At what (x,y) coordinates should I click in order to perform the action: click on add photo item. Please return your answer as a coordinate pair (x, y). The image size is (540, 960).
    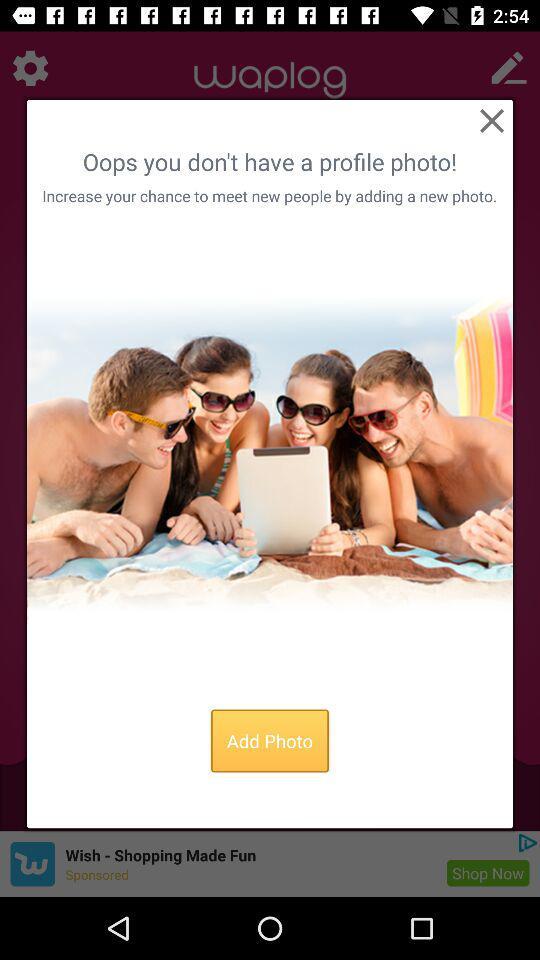
    Looking at the image, I should click on (270, 740).